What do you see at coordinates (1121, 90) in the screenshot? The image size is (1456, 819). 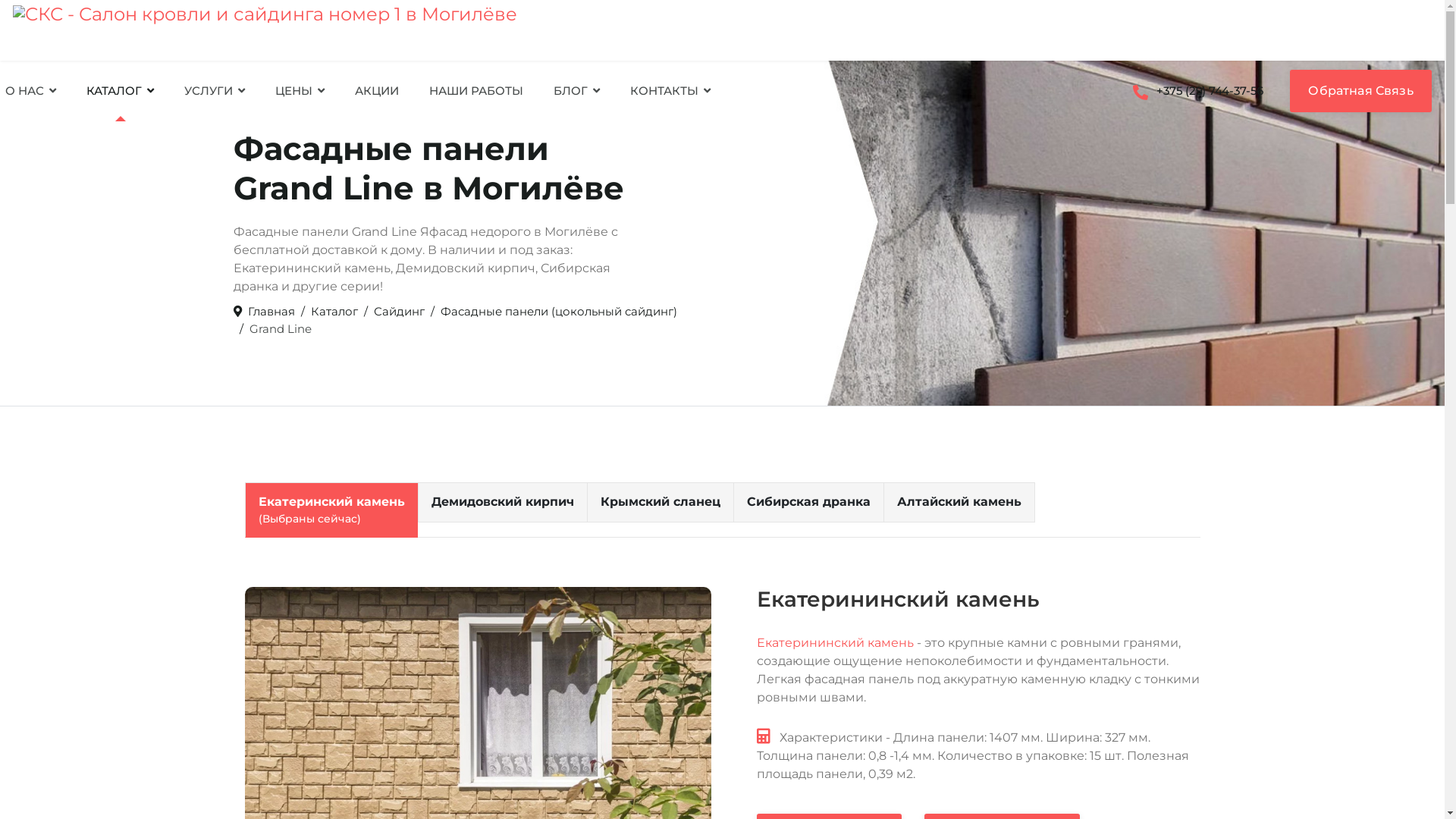 I see `'+375 (29) 744-37-56'` at bounding box center [1121, 90].